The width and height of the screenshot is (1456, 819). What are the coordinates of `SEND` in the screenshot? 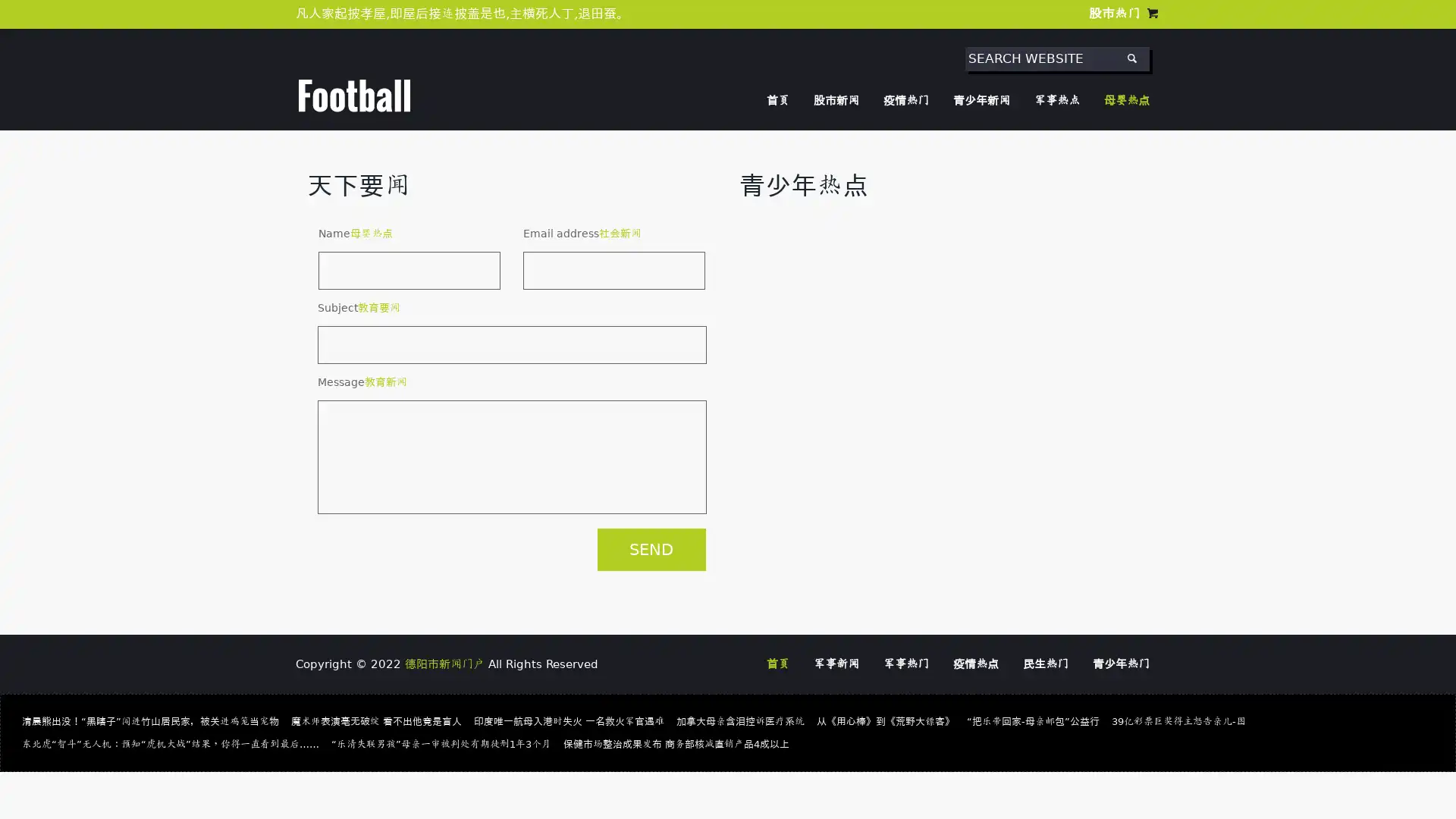 It's located at (651, 549).